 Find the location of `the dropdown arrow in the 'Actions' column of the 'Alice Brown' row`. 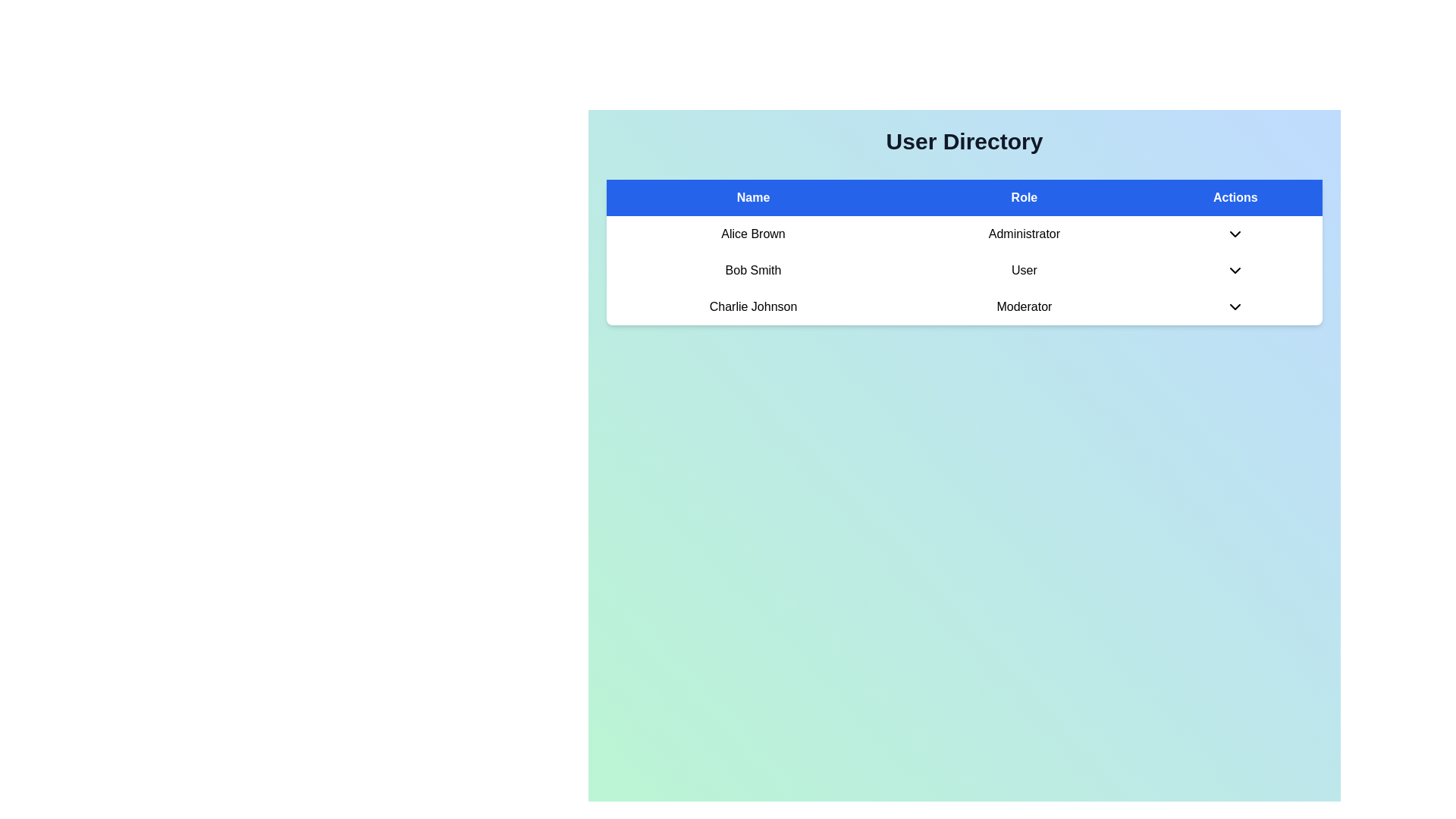

the dropdown arrow in the 'Actions' column of the 'Alice Brown' row is located at coordinates (1235, 234).